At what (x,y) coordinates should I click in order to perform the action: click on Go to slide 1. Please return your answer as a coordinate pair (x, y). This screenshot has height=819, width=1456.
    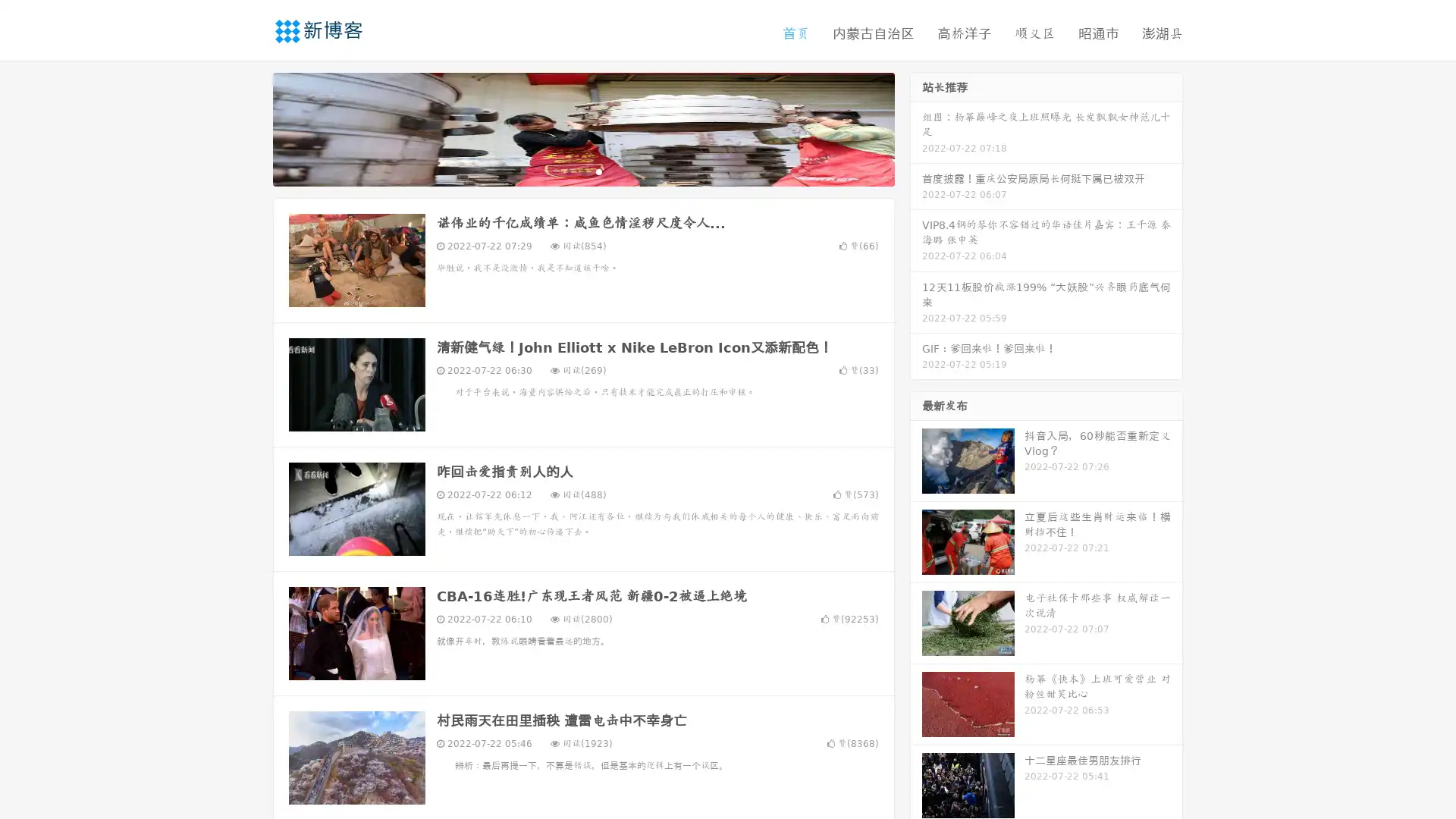
    Looking at the image, I should click on (567, 171).